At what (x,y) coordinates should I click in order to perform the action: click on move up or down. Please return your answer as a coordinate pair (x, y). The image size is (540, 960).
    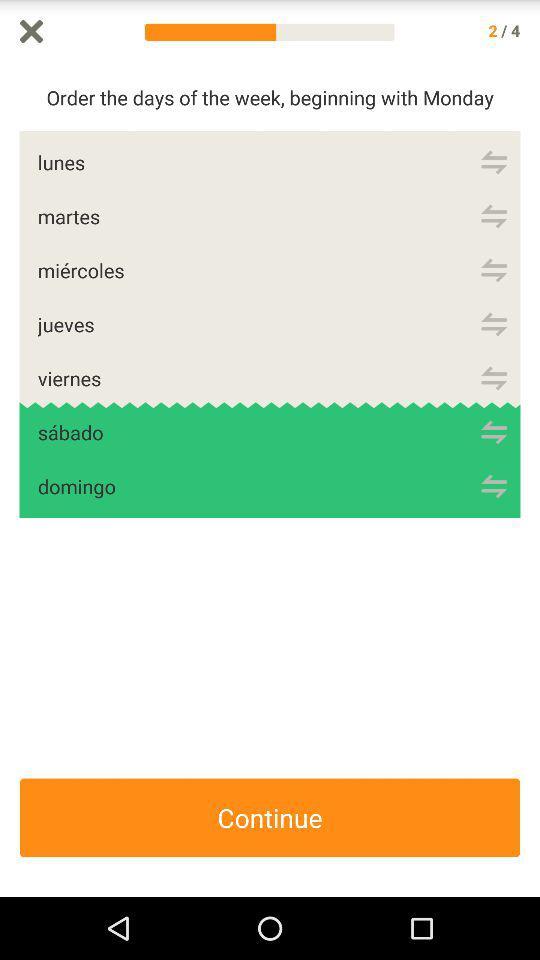
    Looking at the image, I should click on (493, 269).